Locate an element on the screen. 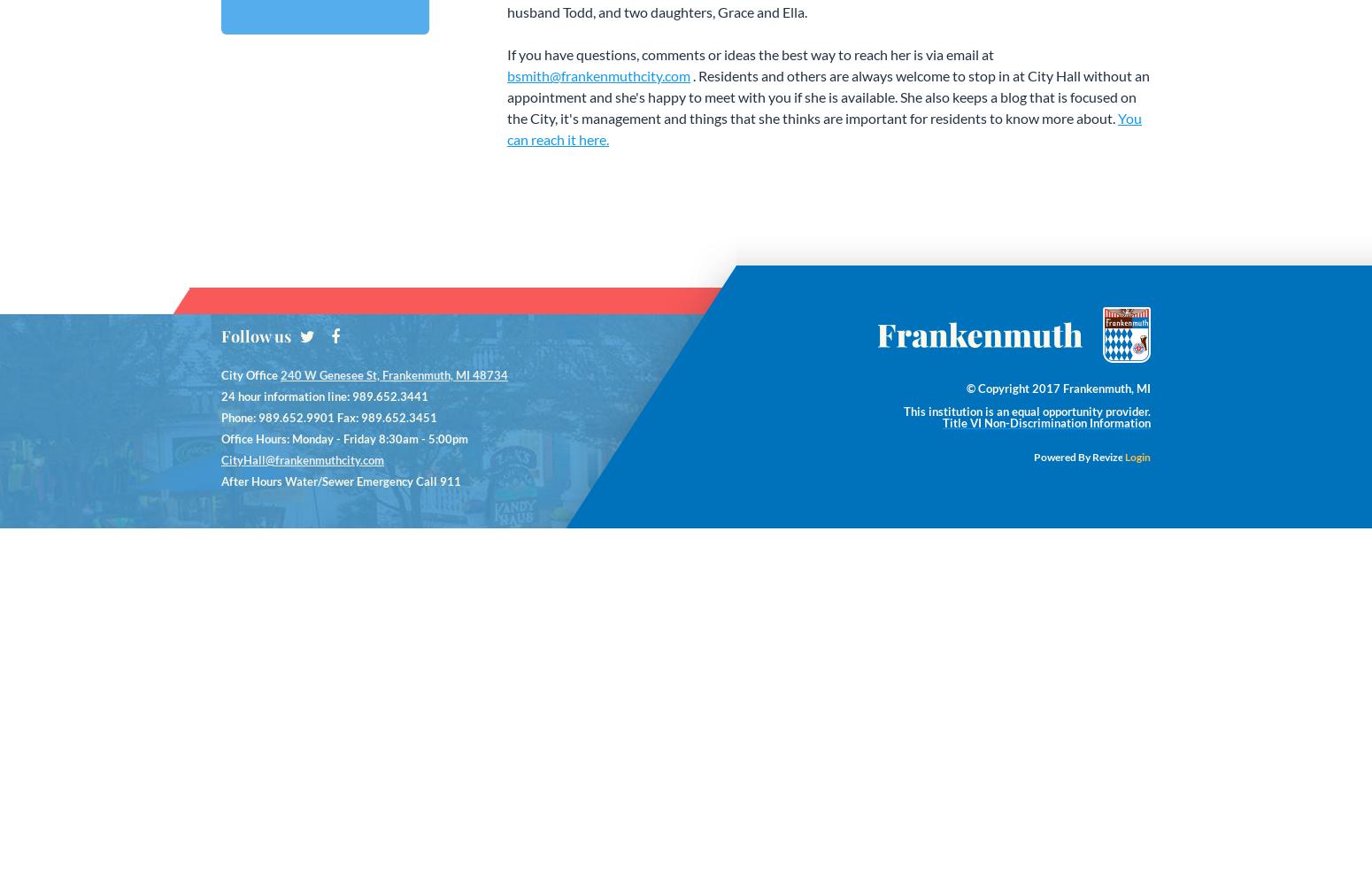 The width and height of the screenshot is (1372, 885). 'Powered By' is located at coordinates (1062, 456).